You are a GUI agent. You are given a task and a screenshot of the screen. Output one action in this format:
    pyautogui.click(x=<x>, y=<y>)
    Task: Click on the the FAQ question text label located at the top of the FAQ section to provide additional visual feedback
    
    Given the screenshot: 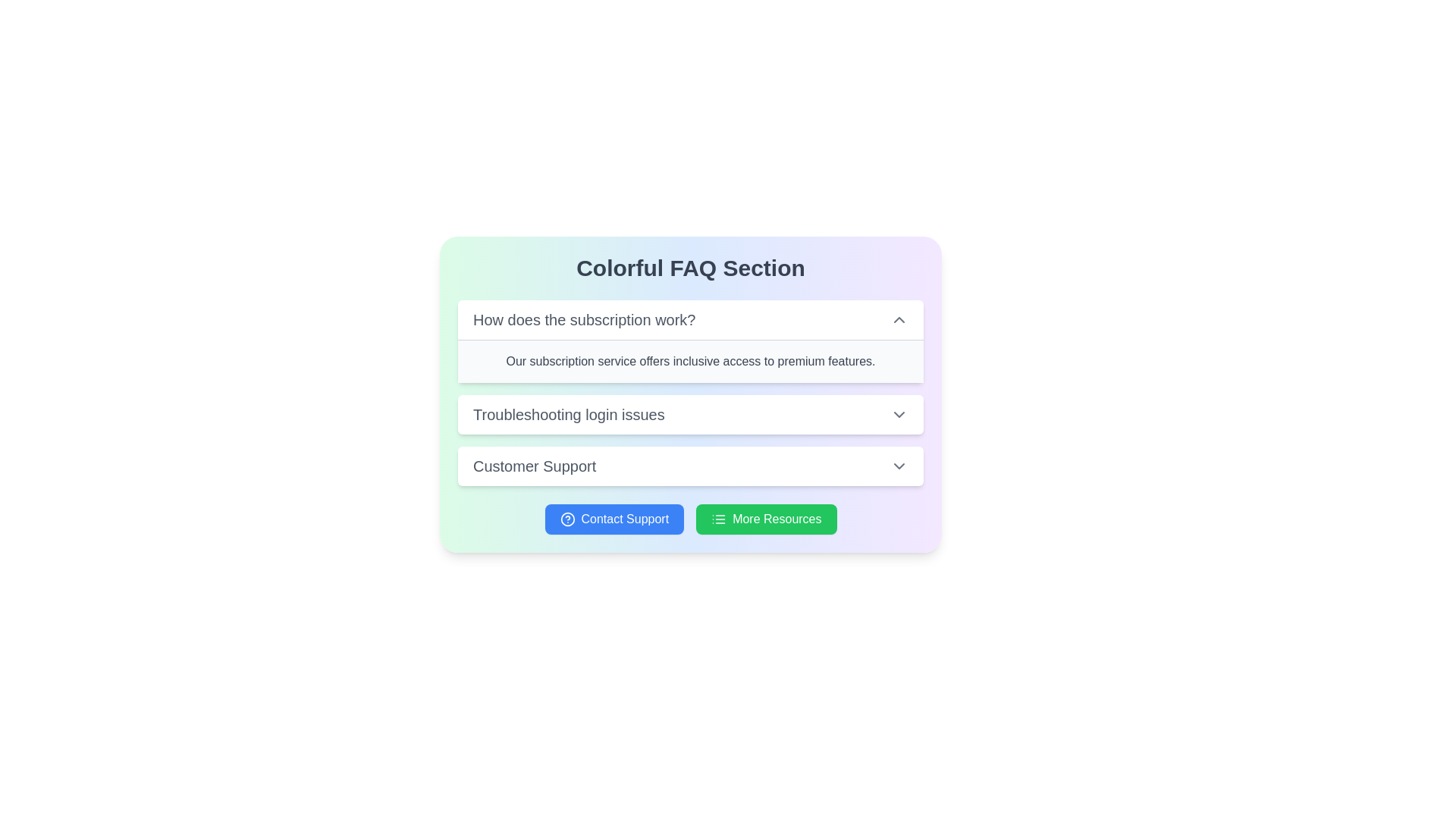 What is the action you would take?
    pyautogui.click(x=583, y=318)
    